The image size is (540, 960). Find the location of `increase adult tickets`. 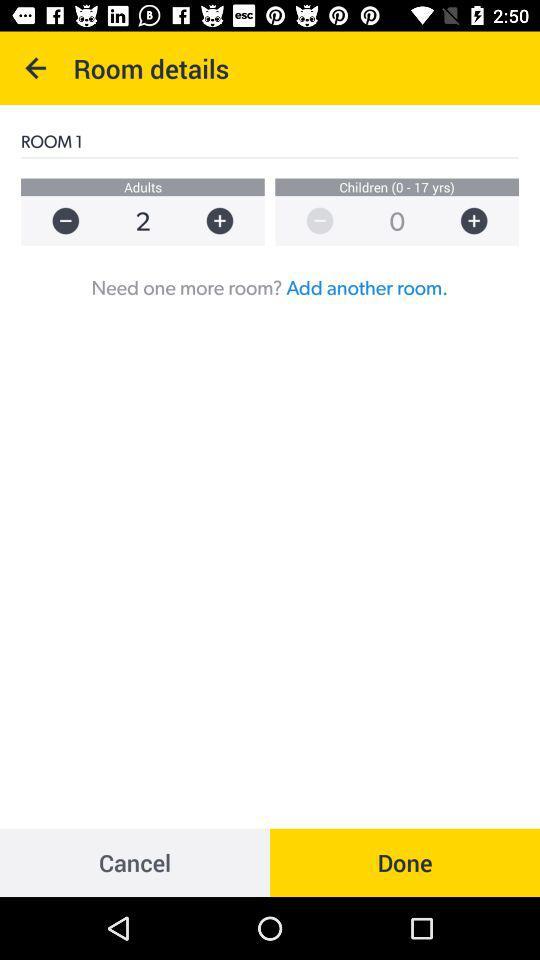

increase adult tickets is located at coordinates (228, 221).